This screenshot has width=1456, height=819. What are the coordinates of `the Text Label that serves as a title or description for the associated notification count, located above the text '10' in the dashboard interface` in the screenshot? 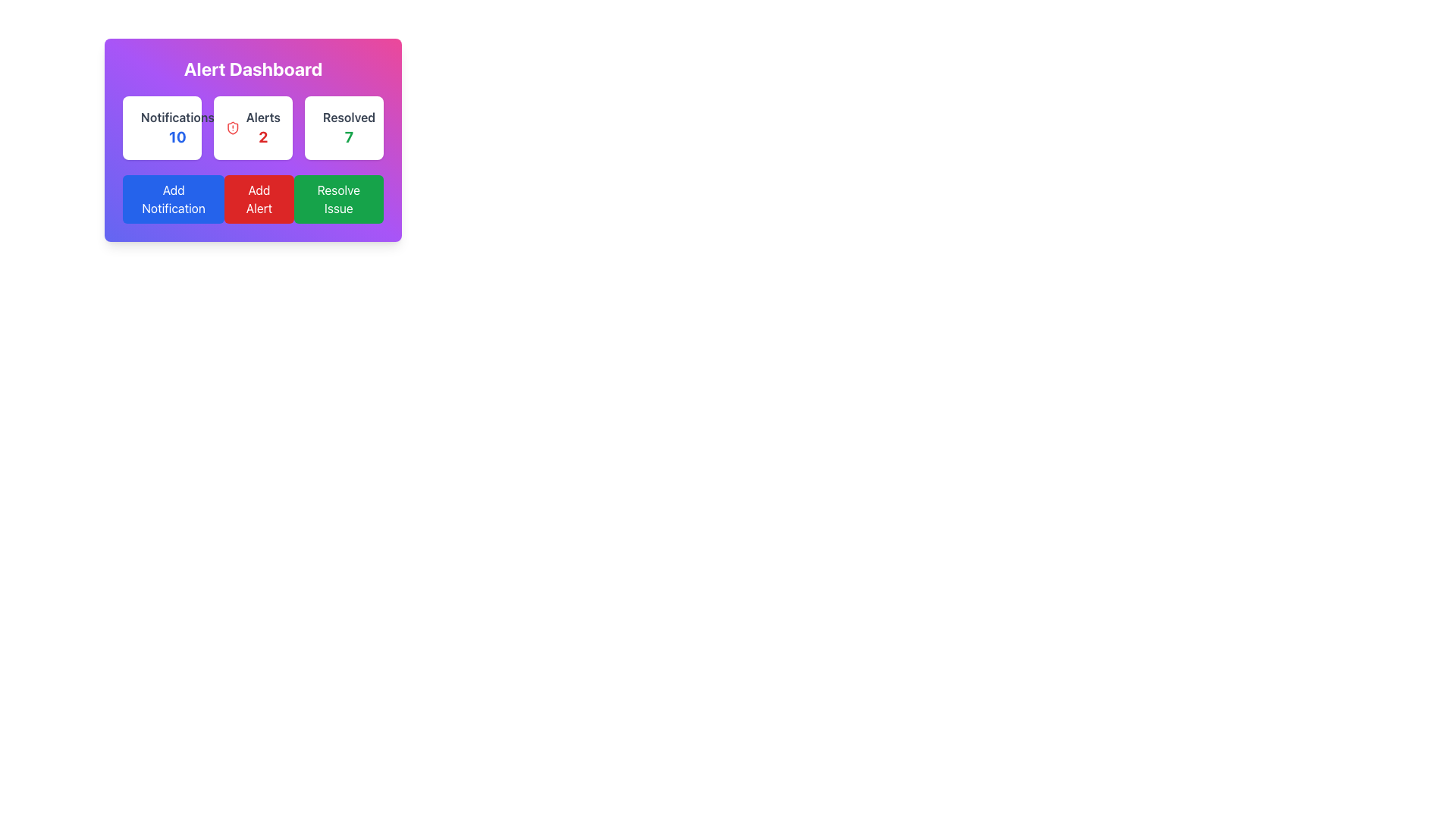 It's located at (177, 116).